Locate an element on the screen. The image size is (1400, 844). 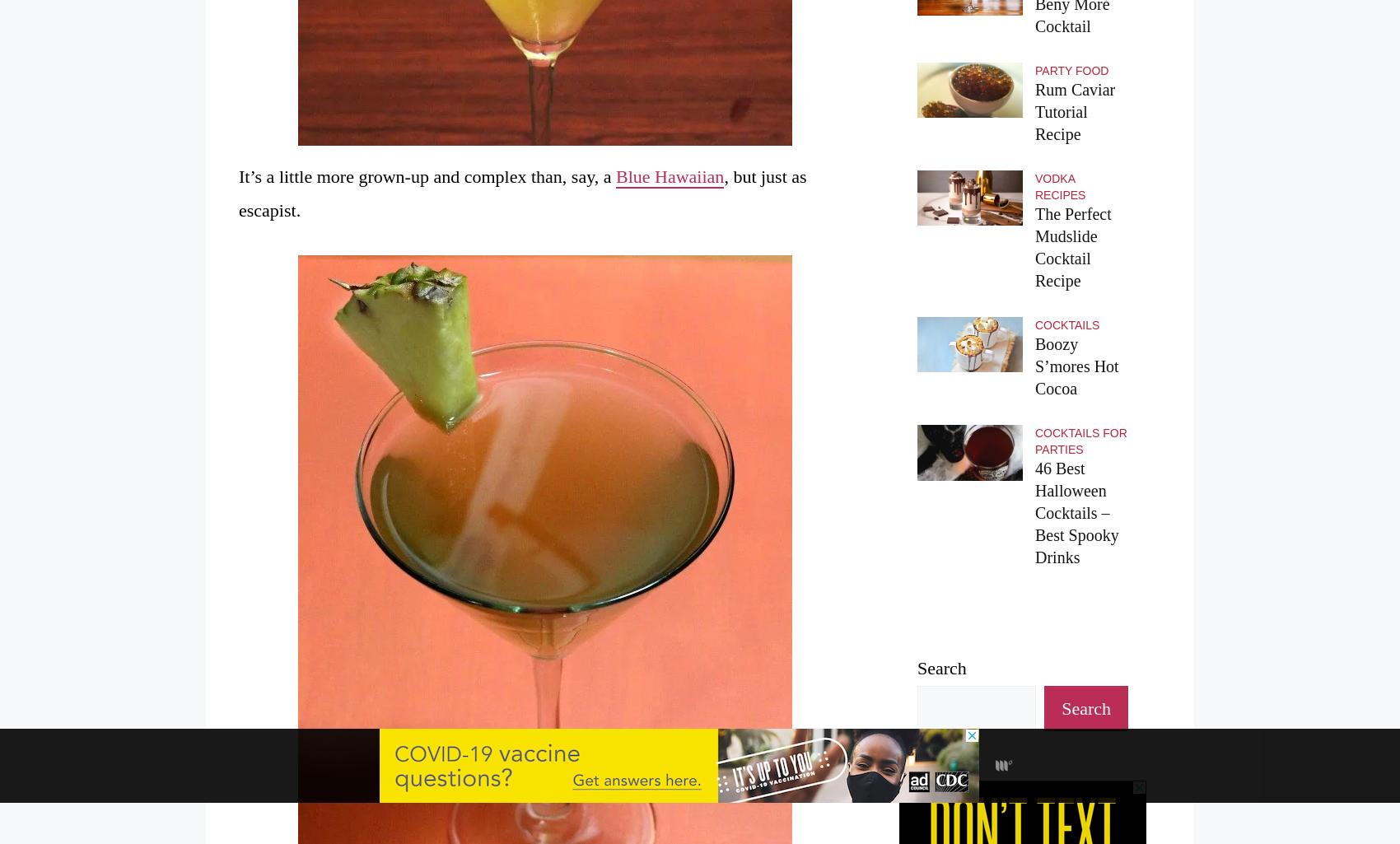
'Blue Hawaiian' is located at coordinates (669, 175).